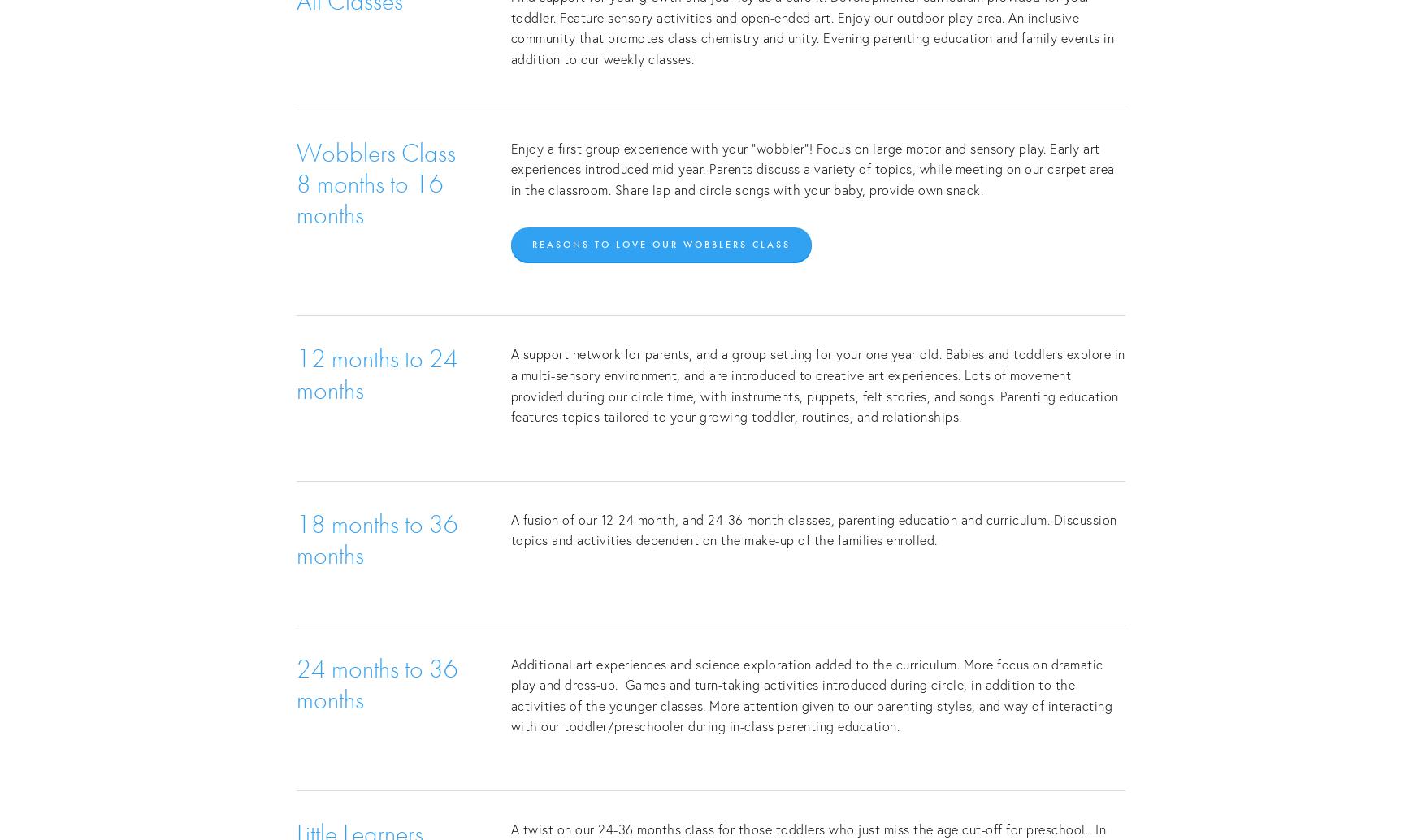 The width and height of the screenshot is (1422, 840). What do you see at coordinates (509, 383) in the screenshot?
I see `'A support network for parents, and a group setting for your one year old. Babies and toddlers explore in a multi-sensory environment, and are introduced to creative art experiences. Lots of movement provided during our circle time, with instruments, puppets, felt stories, and songs. Parenting education features topics tailored to your growing toddler, routines, and relationships.'` at bounding box center [509, 383].